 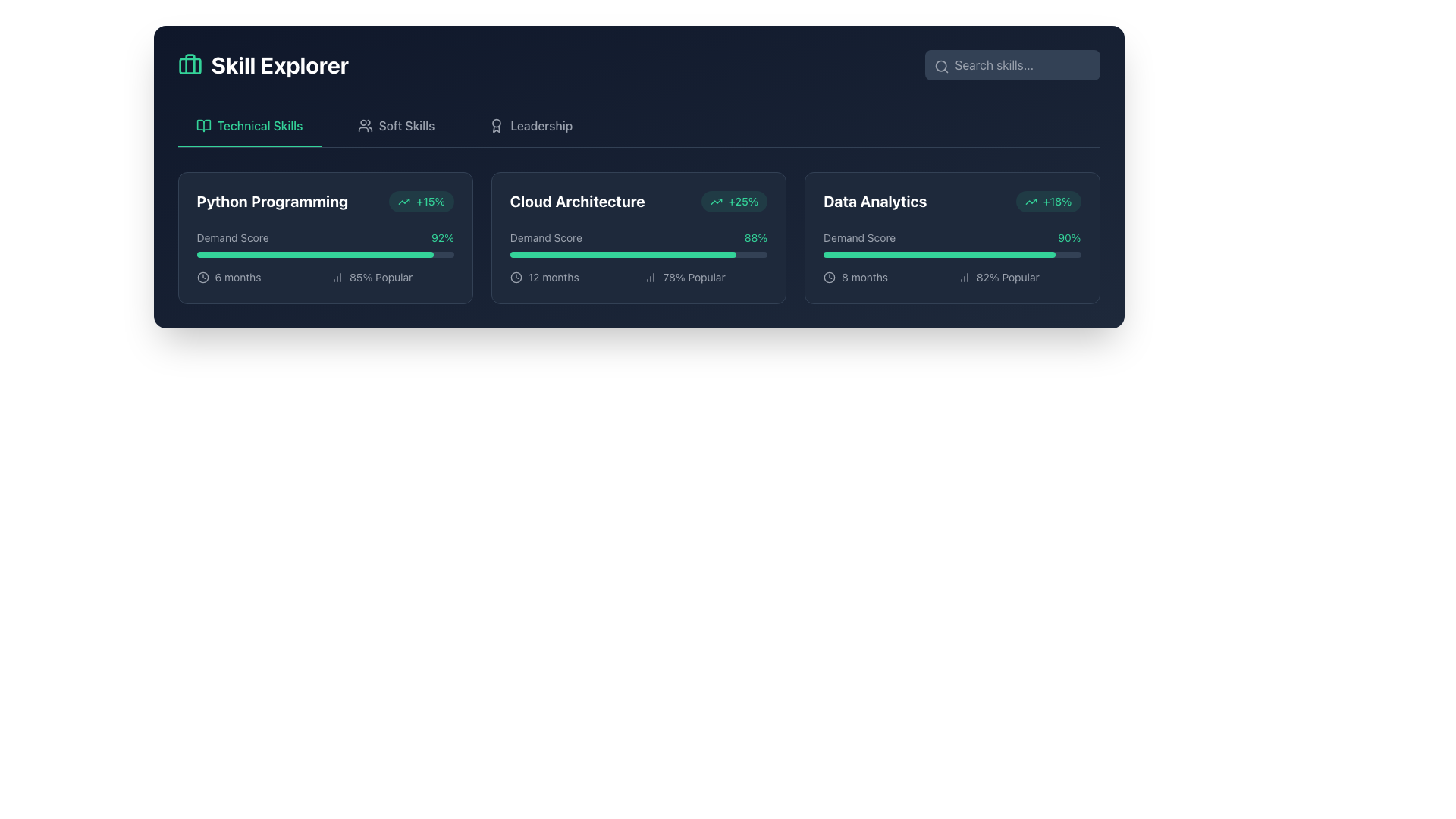 I want to click on the progress bar labeled 'Demand Score' which shows 90% completion with a green segment, located within the 'Data Analytics' card, so click(x=951, y=243).